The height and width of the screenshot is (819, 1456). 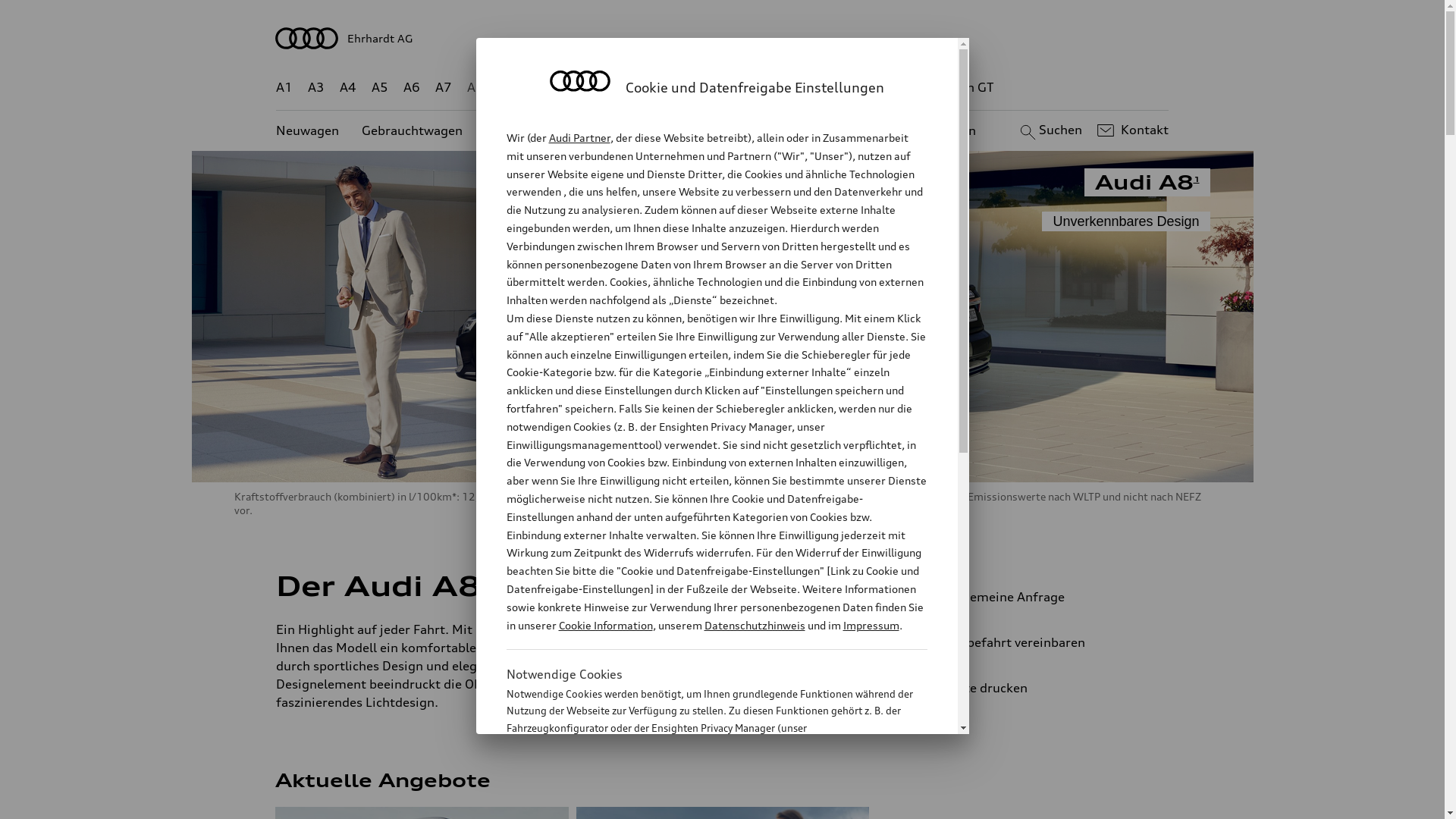 What do you see at coordinates (699, 802) in the screenshot?
I see `'Cookie Information'` at bounding box center [699, 802].